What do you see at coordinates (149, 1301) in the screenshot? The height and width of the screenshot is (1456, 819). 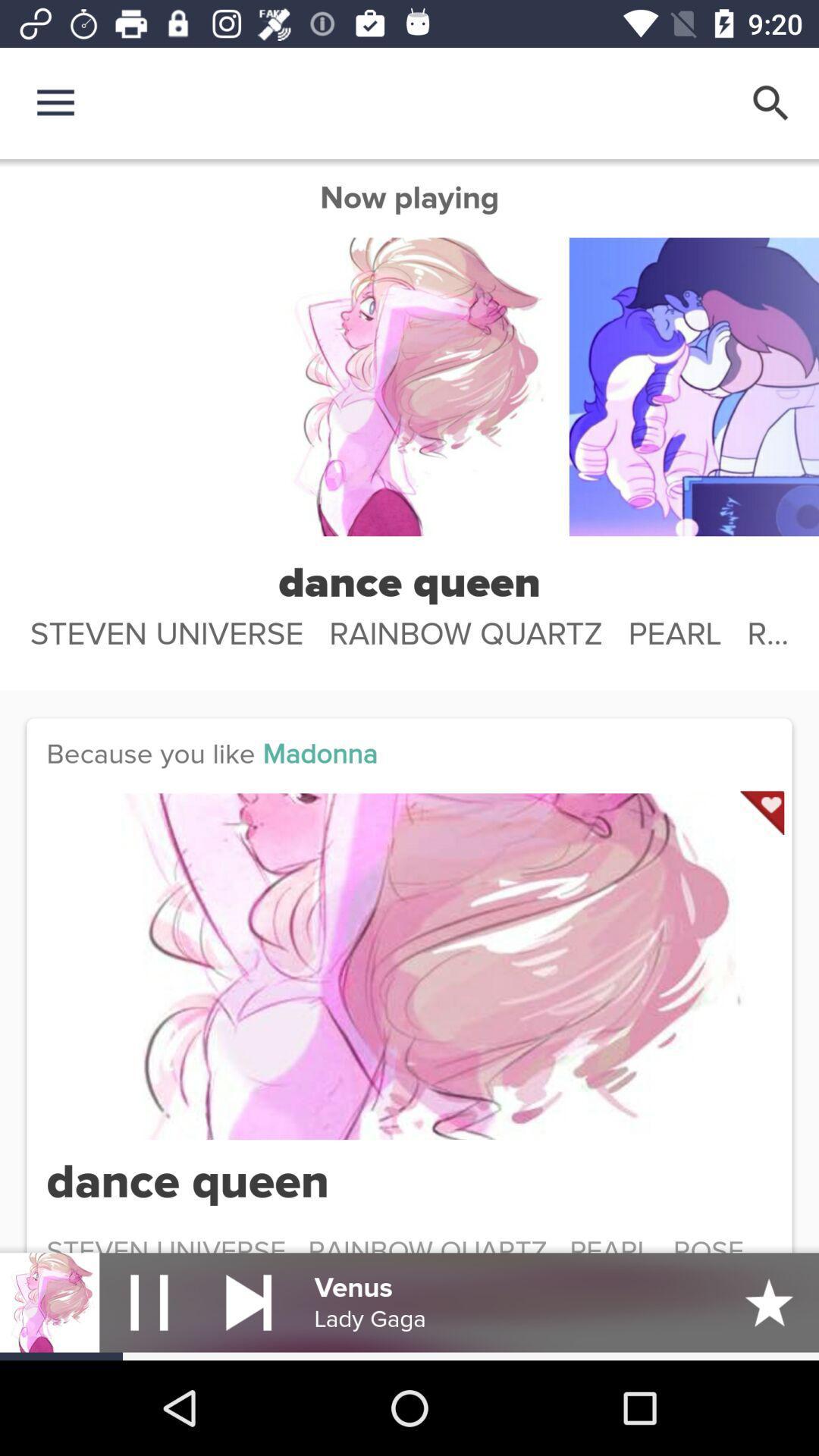 I see `the pause icon` at bounding box center [149, 1301].